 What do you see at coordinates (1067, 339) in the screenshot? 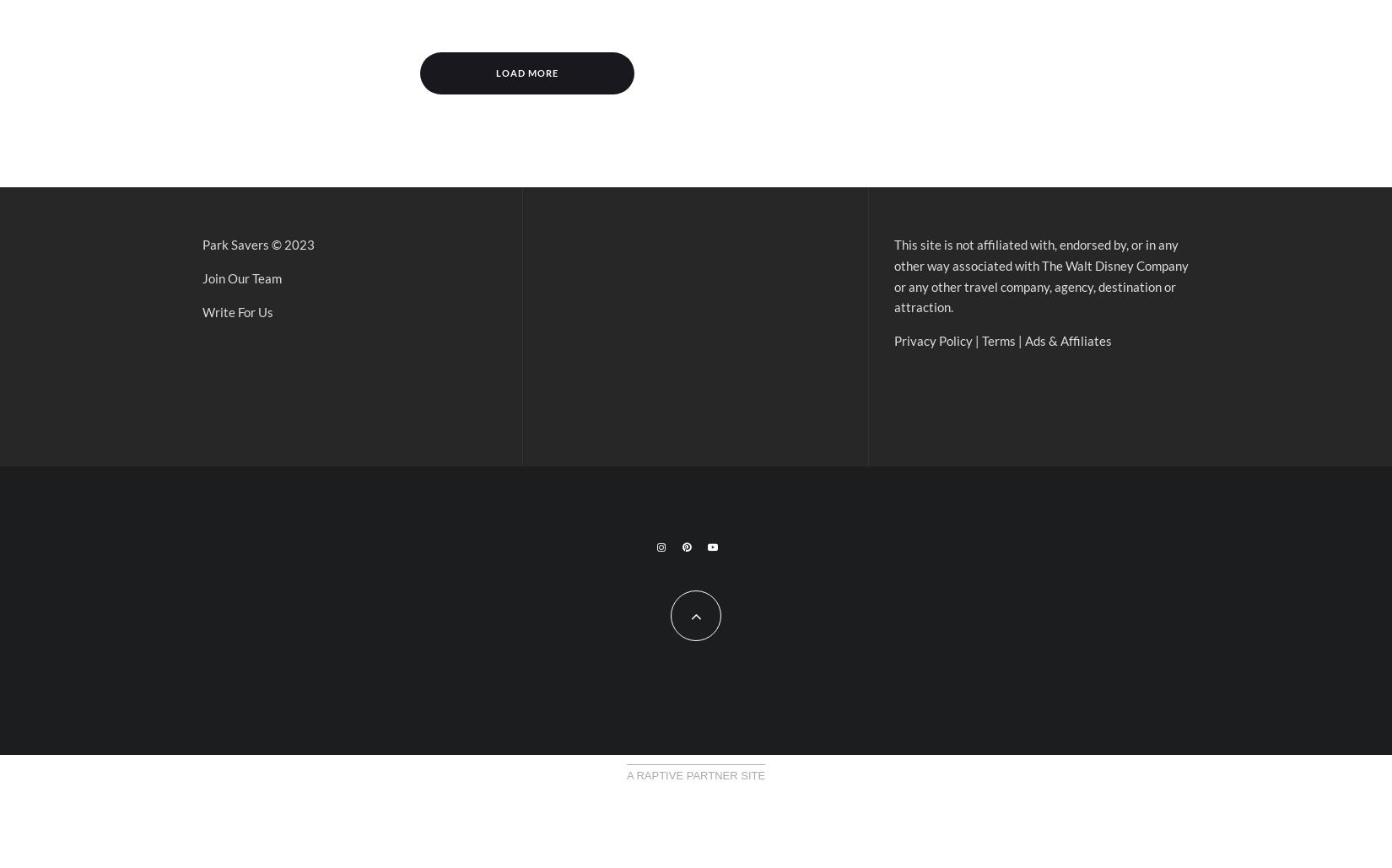
I see `'Ads & Affiliates'` at bounding box center [1067, 339].